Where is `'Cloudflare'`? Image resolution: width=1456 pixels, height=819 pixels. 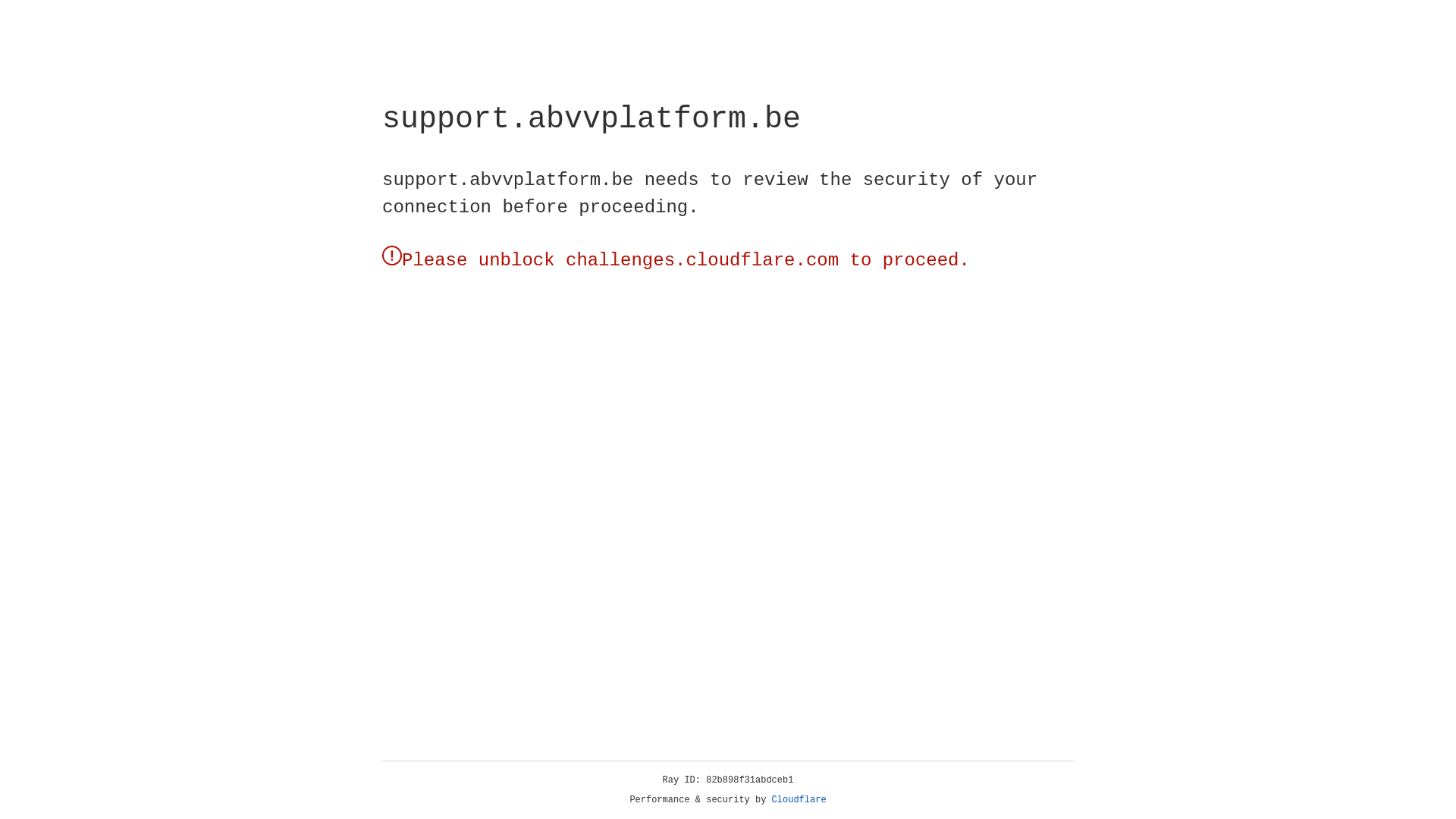
'Cloudflare' is located at coordinates (799, 799).